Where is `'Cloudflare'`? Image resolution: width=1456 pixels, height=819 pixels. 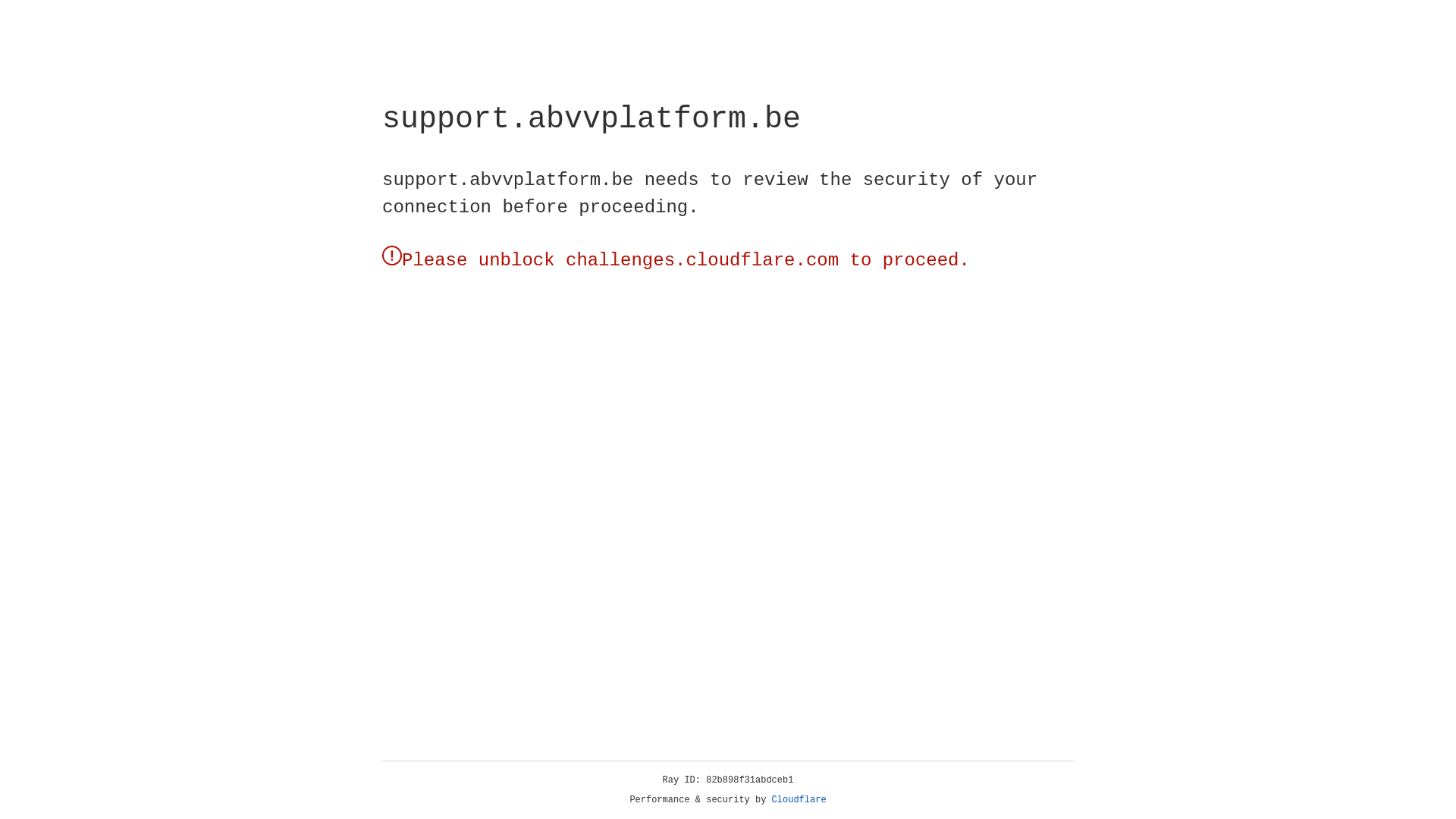
'Cloudflare' is located at coordinates (799, 799).